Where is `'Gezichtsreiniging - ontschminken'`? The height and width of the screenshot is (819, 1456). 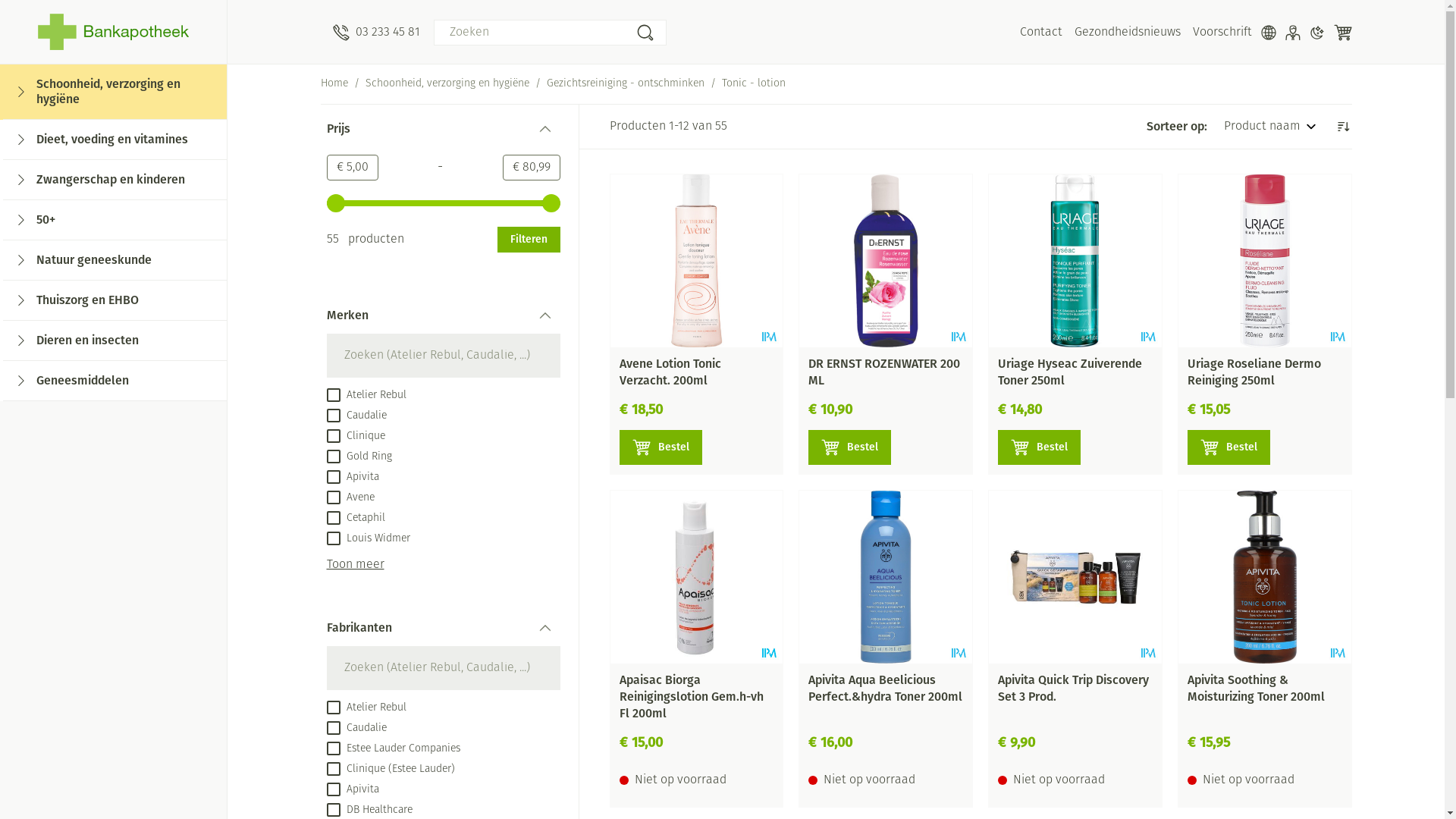 'Gezichtsreiniging - ontschminken' is located at coordinates (625, 84).